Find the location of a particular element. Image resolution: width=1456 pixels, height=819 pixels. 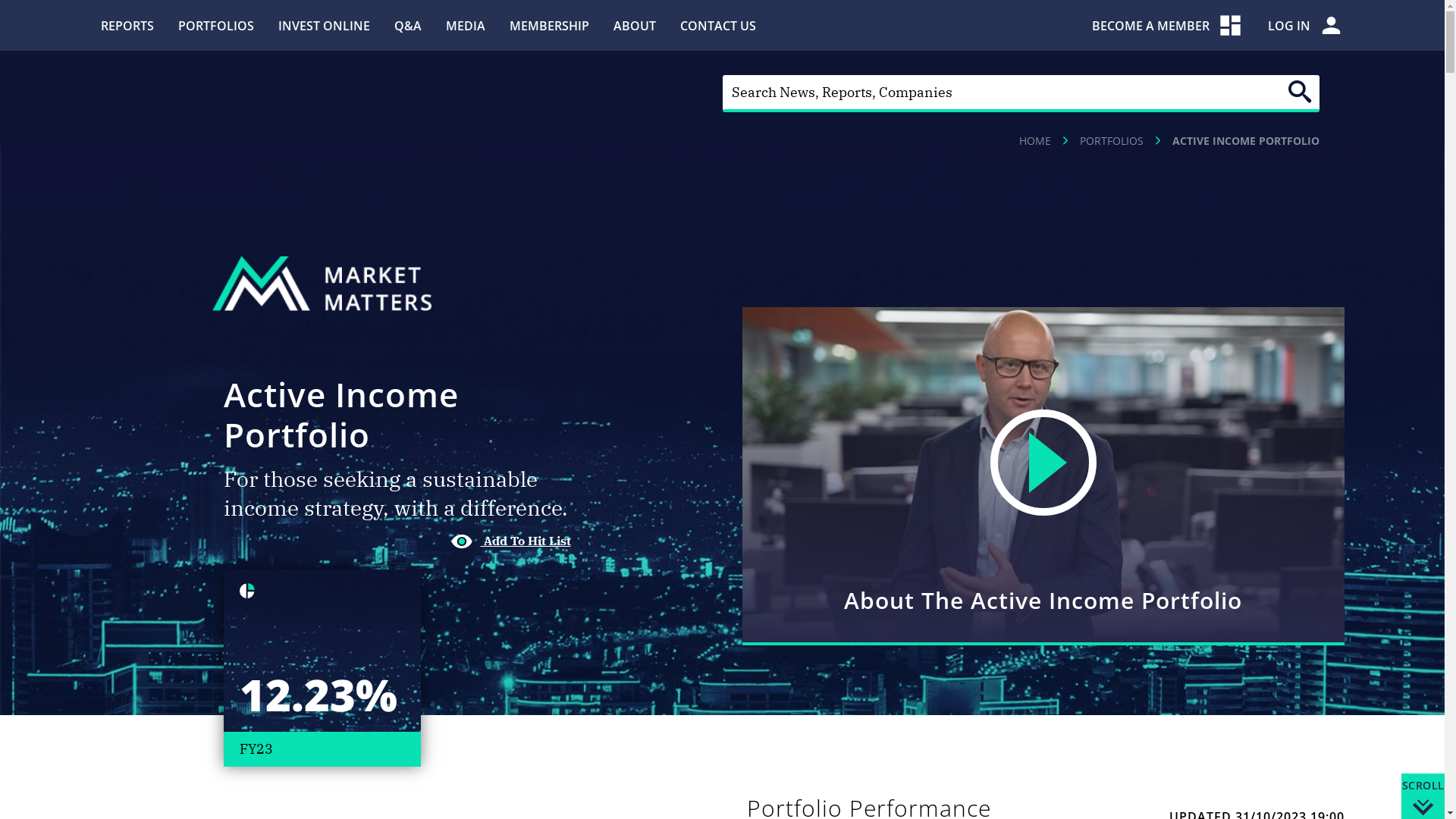

'BECOME A MEMBER' is located at coordinates (1092, 25).